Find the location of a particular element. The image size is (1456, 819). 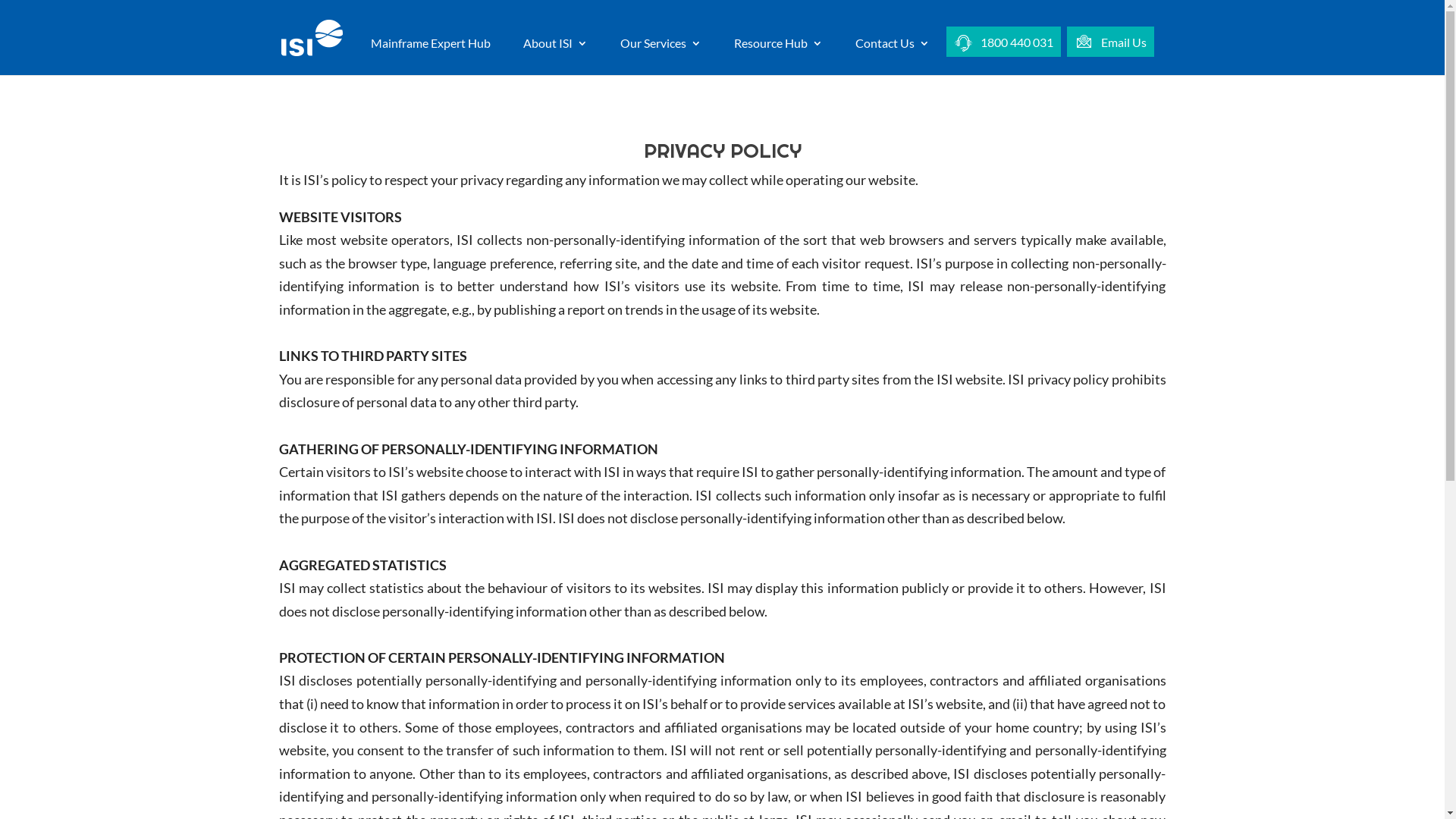

'Mainframe Expert Hub' is located at coordinates (370, 55).